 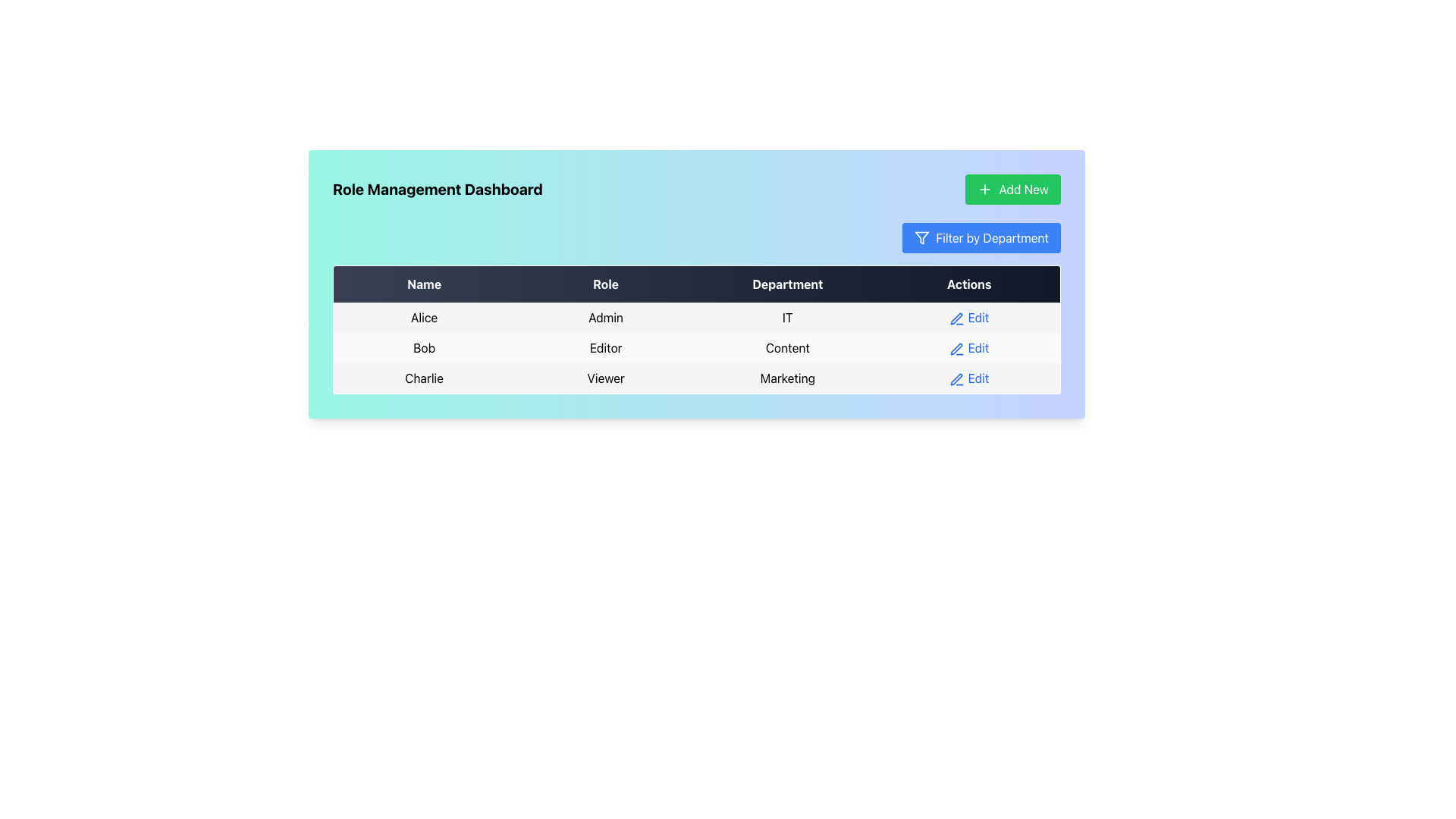 What do you see at coordinates (424, 348) in the screenshot?
I see `the static text element displaying the name 'Bob' located in the second row and first column of the table under the 'Name' header` at bounding box center [424, 348].